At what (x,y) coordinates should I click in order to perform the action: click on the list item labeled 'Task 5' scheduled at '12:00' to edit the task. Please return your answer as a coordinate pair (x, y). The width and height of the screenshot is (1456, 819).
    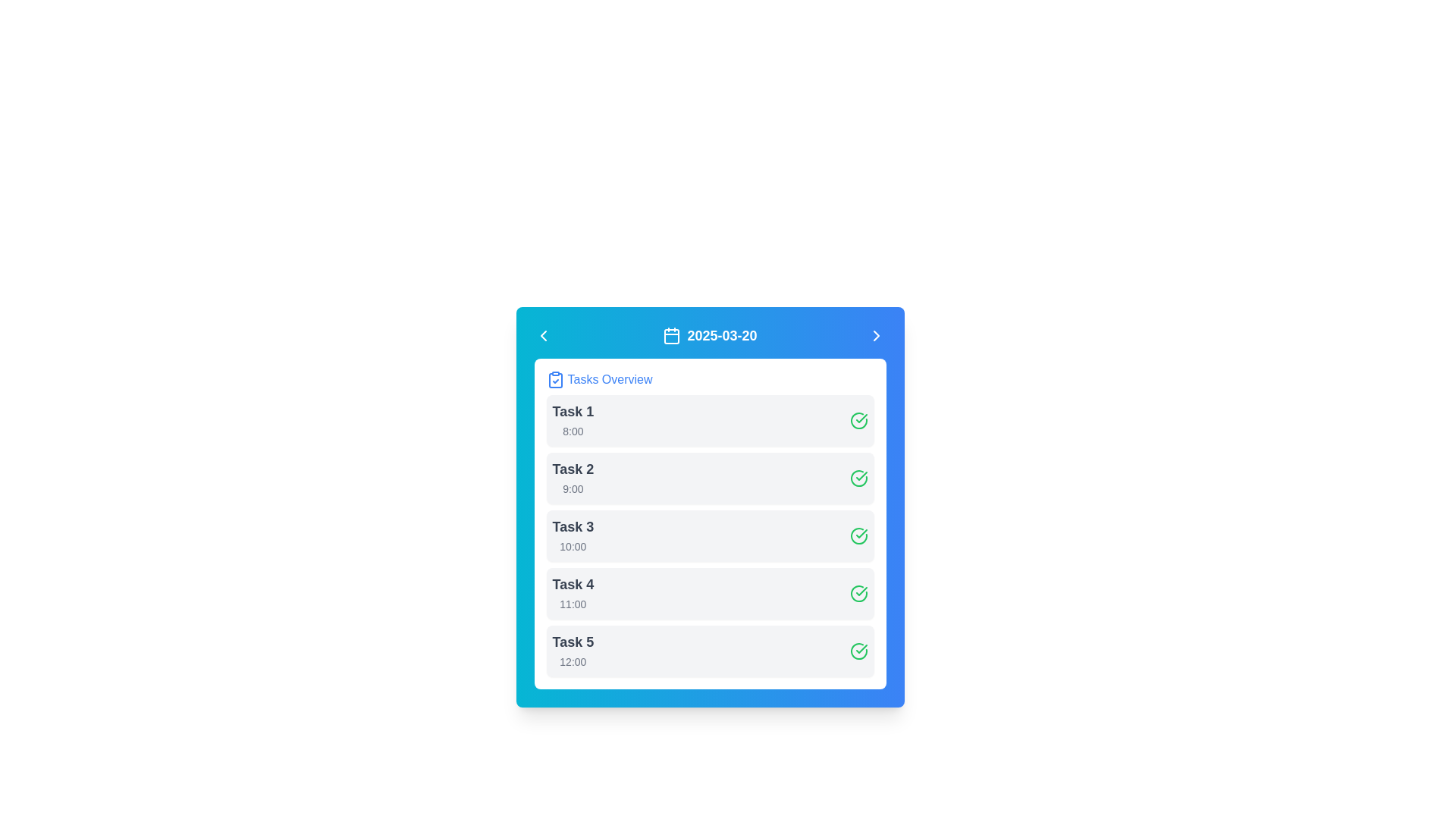
    Looking at the image, I should click on (709, 651).